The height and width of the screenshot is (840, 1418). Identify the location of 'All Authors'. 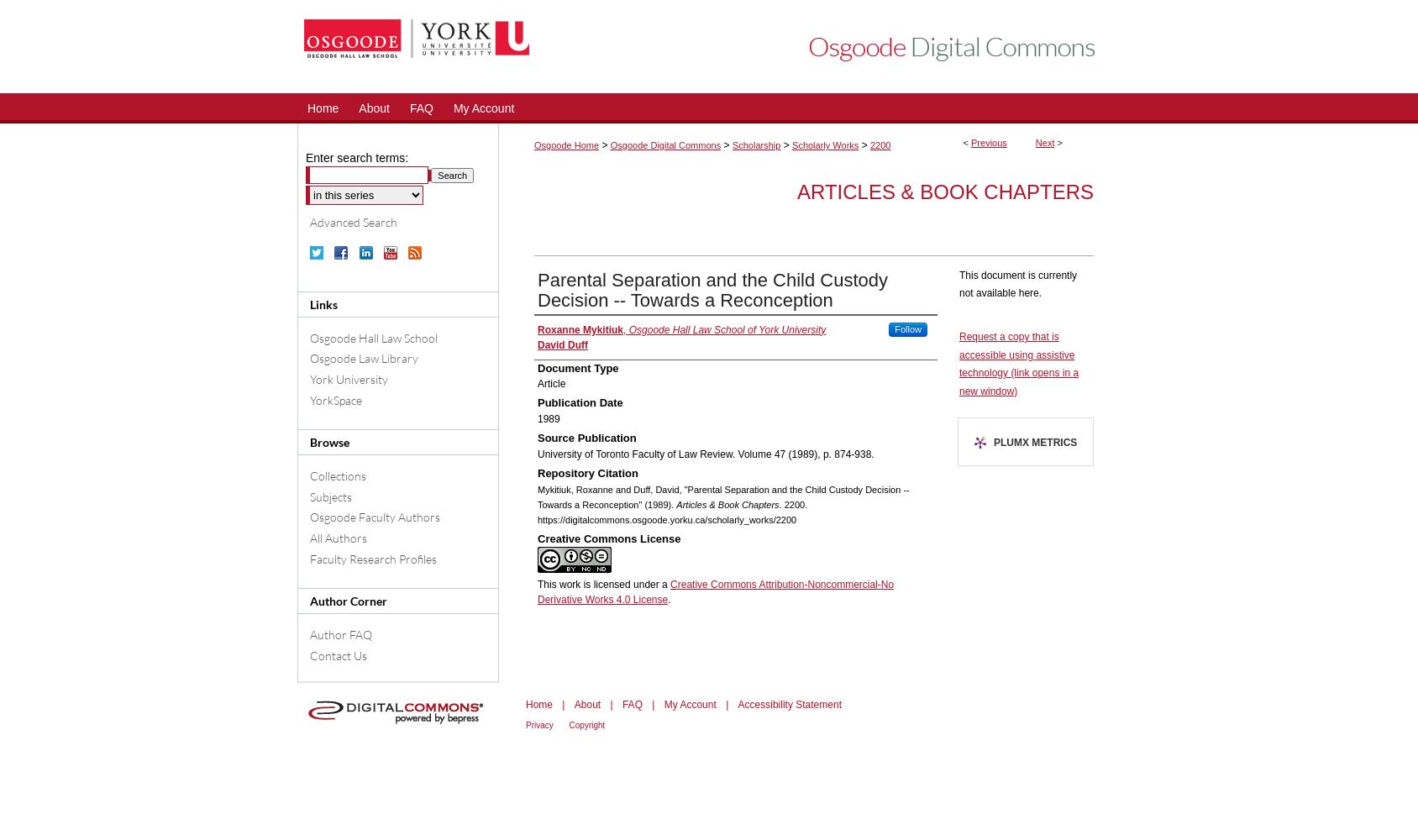
(309, 538).